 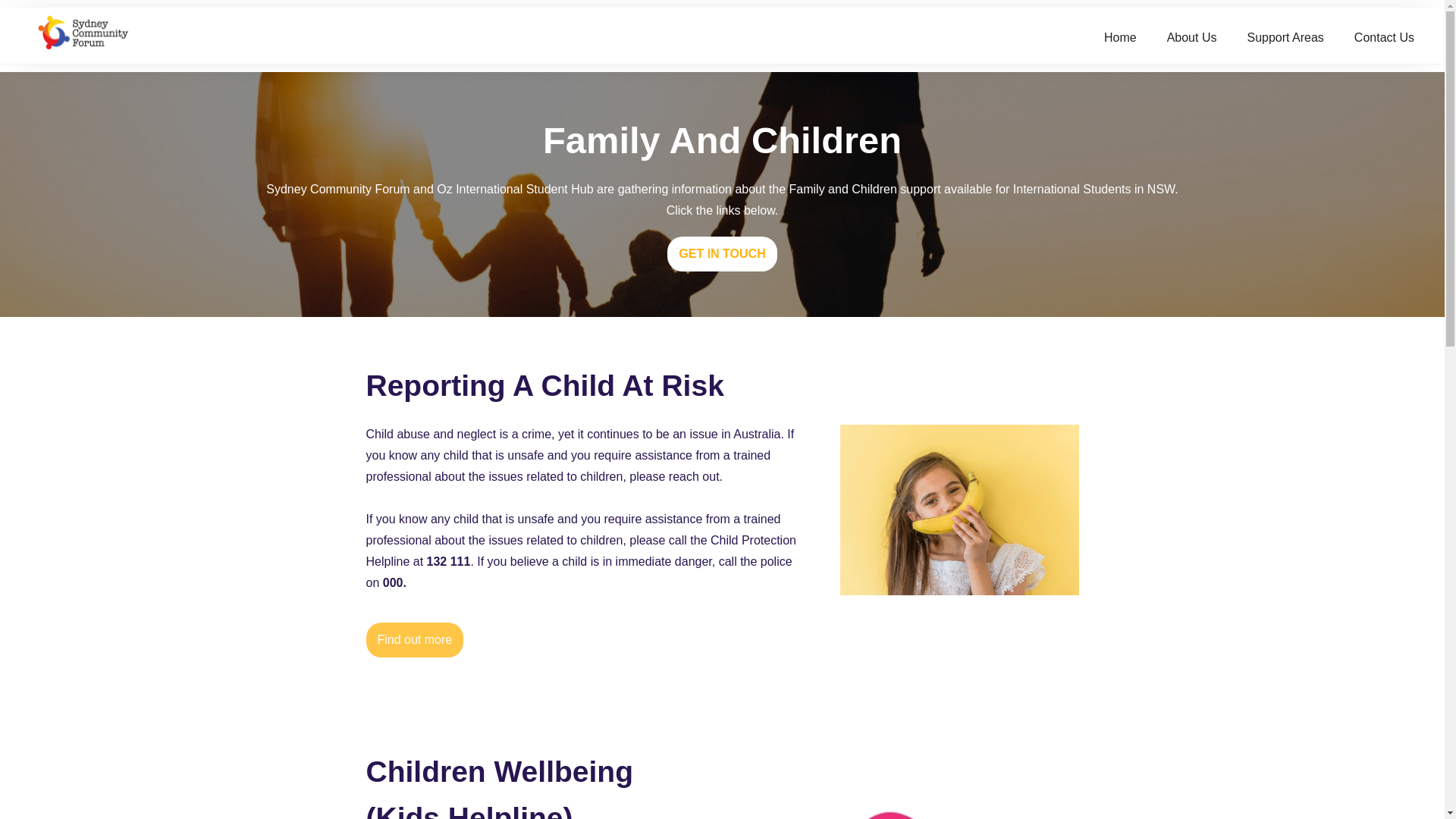 I want to click on 'About Us', so click(x=1151, y=37).